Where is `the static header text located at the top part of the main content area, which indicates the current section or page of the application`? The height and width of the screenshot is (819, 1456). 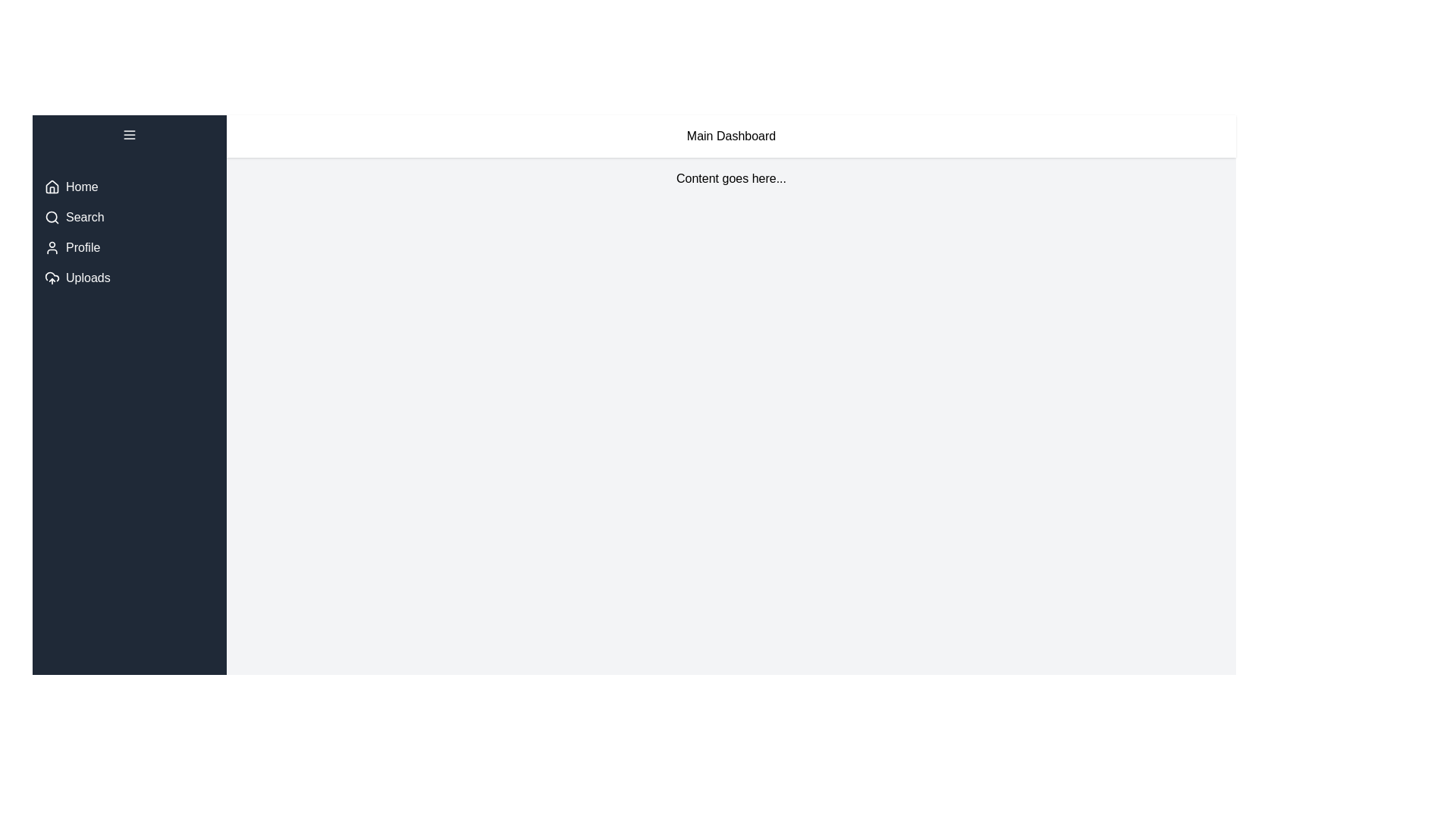 the static header text located at the top part of the main content area, which indicates the current section or page of the application is located at coordinates (731, 136).